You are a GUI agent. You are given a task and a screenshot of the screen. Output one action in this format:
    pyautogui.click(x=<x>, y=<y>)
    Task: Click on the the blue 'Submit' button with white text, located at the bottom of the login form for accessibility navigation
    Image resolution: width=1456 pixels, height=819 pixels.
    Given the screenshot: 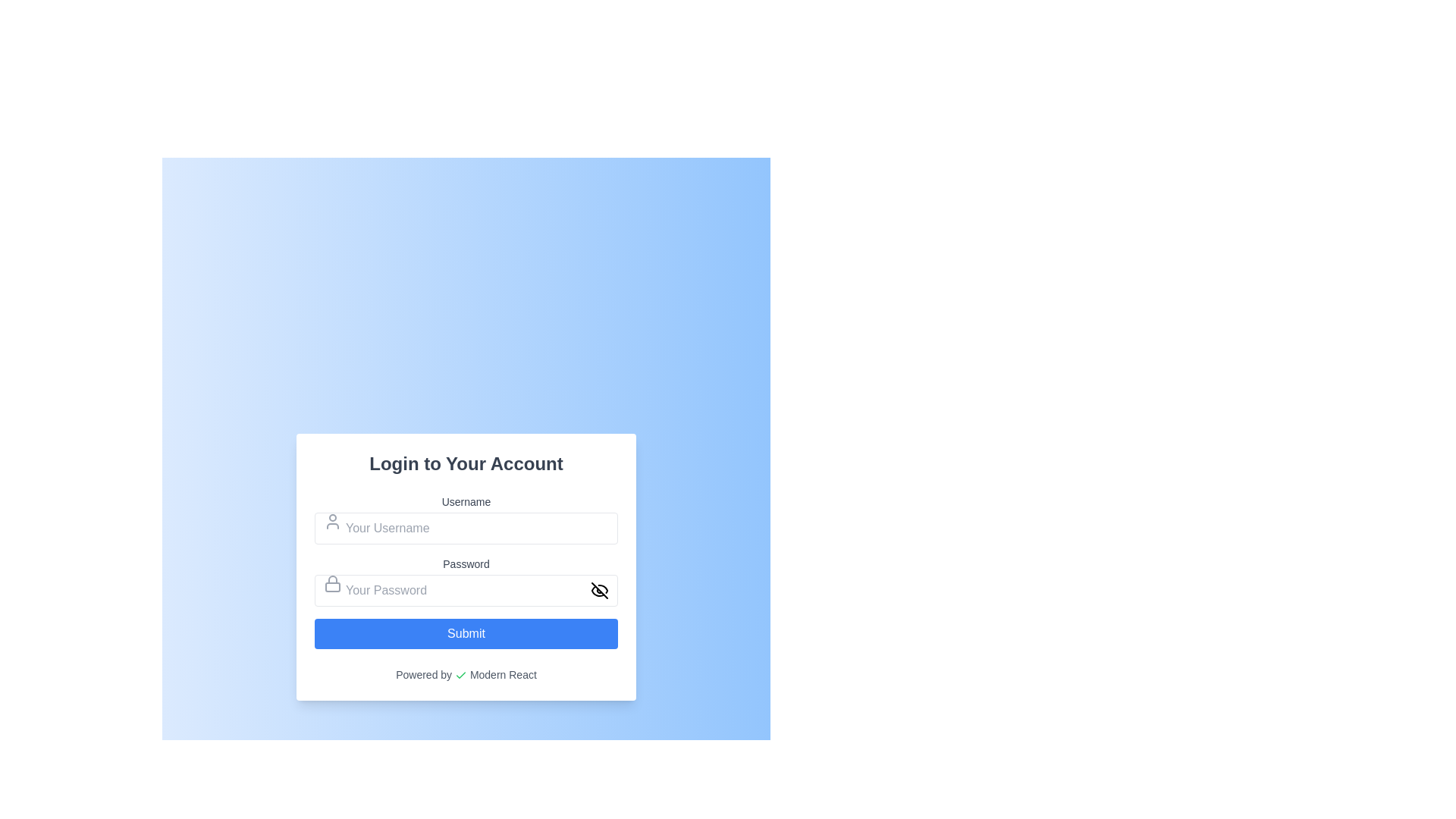 What is the action you would take?
    pyautogui.click(x=465, y=634)
    